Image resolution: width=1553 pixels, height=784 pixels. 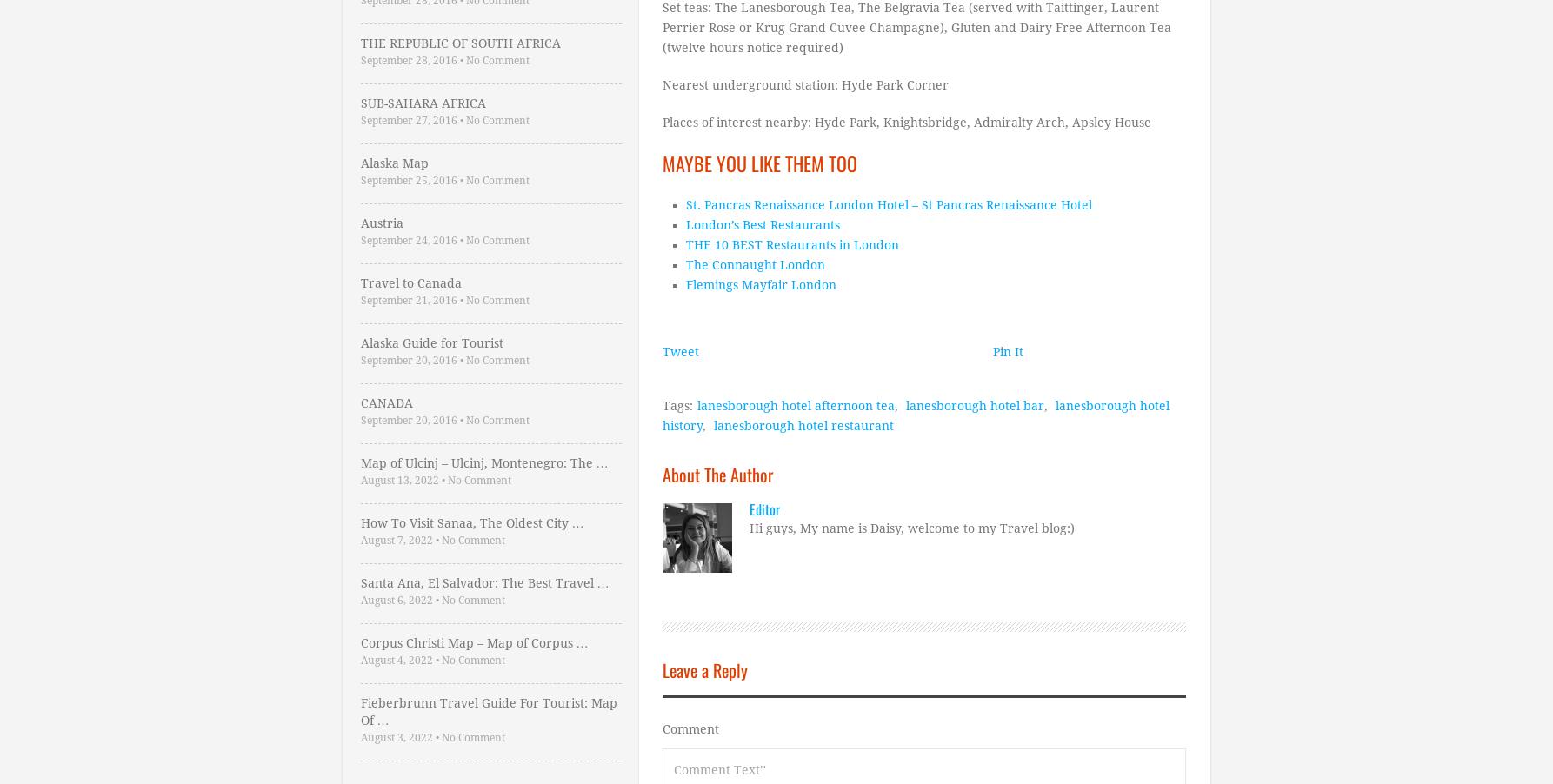 What do you see at coordinates (915, 414) in the screenshot?
I see `'lanesborough hotel history'` at bounding box center [915, 414].